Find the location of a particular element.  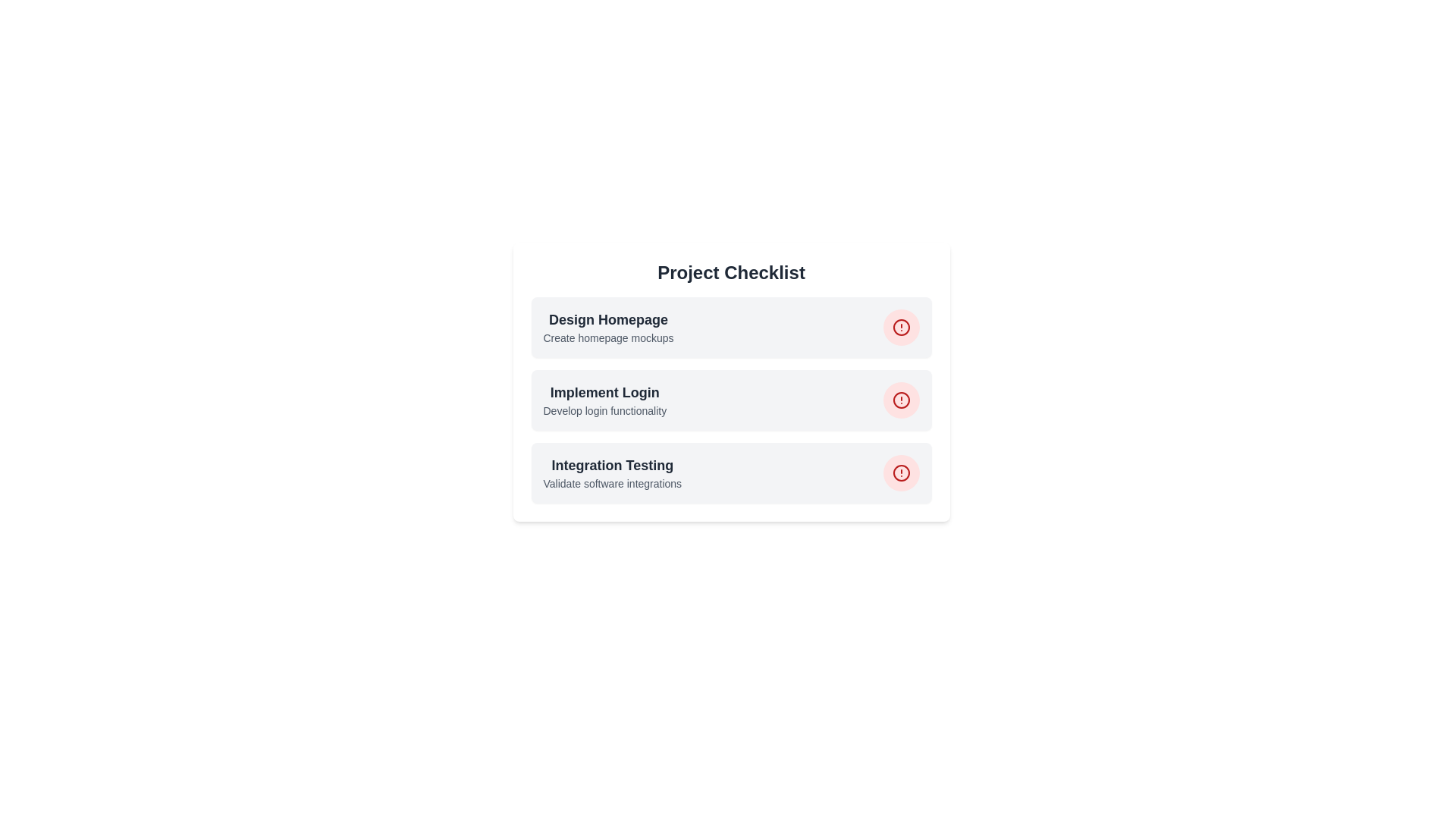

the text-based header located at the top-center of the checklist section within a white, rounded-corner card is located at coordinates (731, 271).